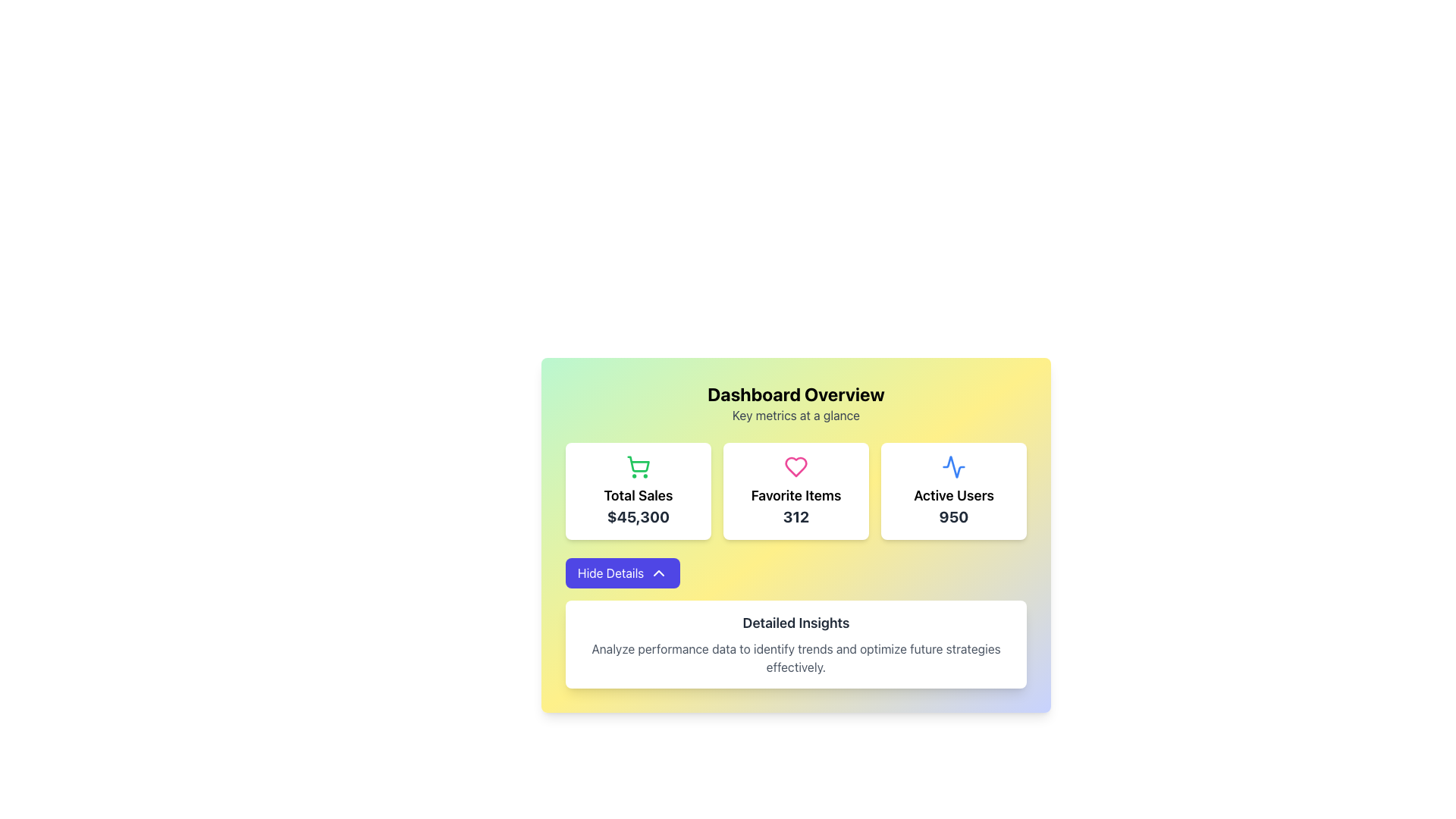 The height and width of the screenshot is (819, 1456). Describe the element at coordinates (795, 657) in the screenshot. I see `the block of text containing 'Analyze performance data to identify trends and optimize future strategies effectively.' located below the 'Detailed Insights' heading` at that location.